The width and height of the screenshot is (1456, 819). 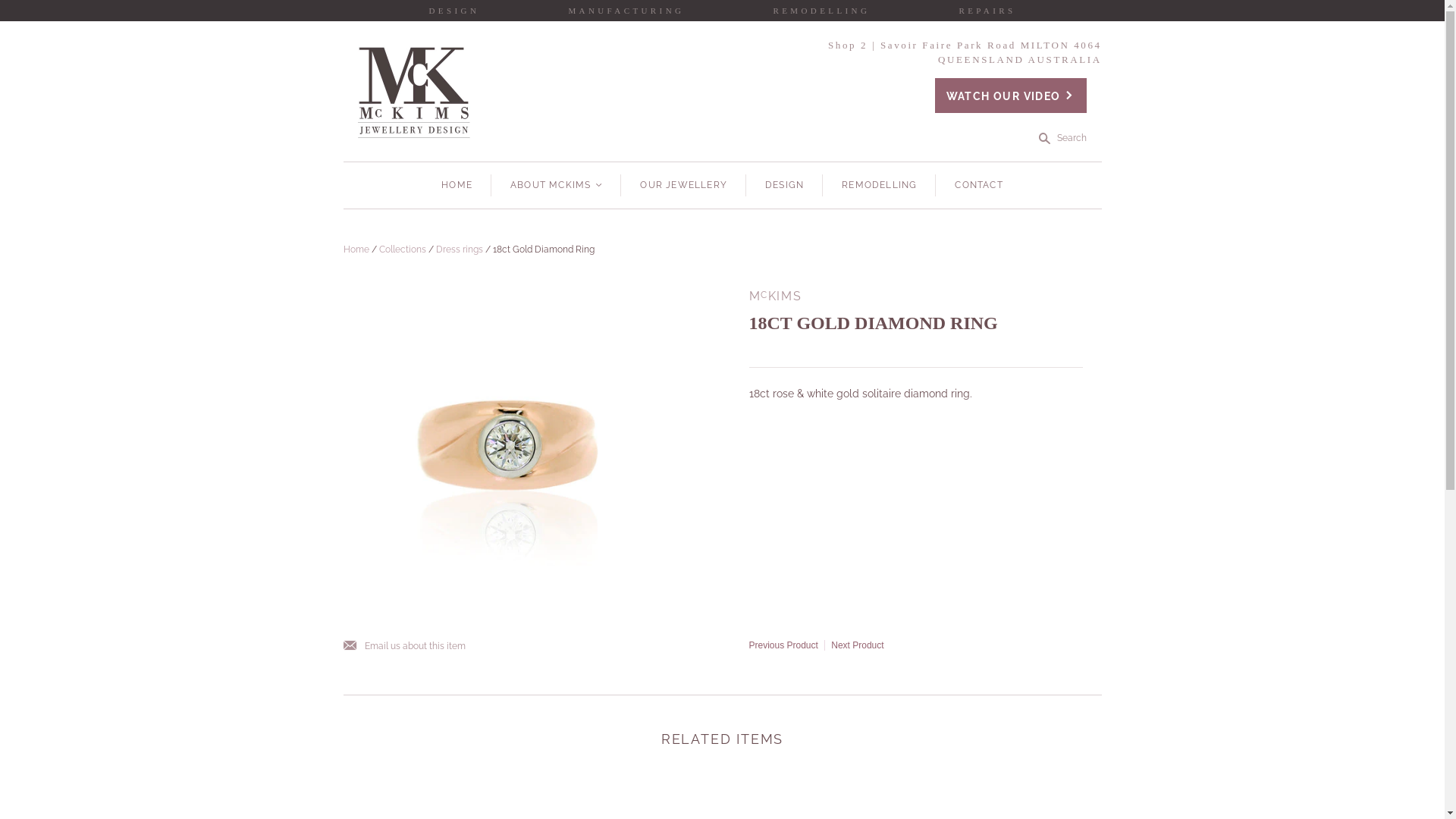 I want to click on 'OUR JEWELLERY', so click(x=682, y=184).